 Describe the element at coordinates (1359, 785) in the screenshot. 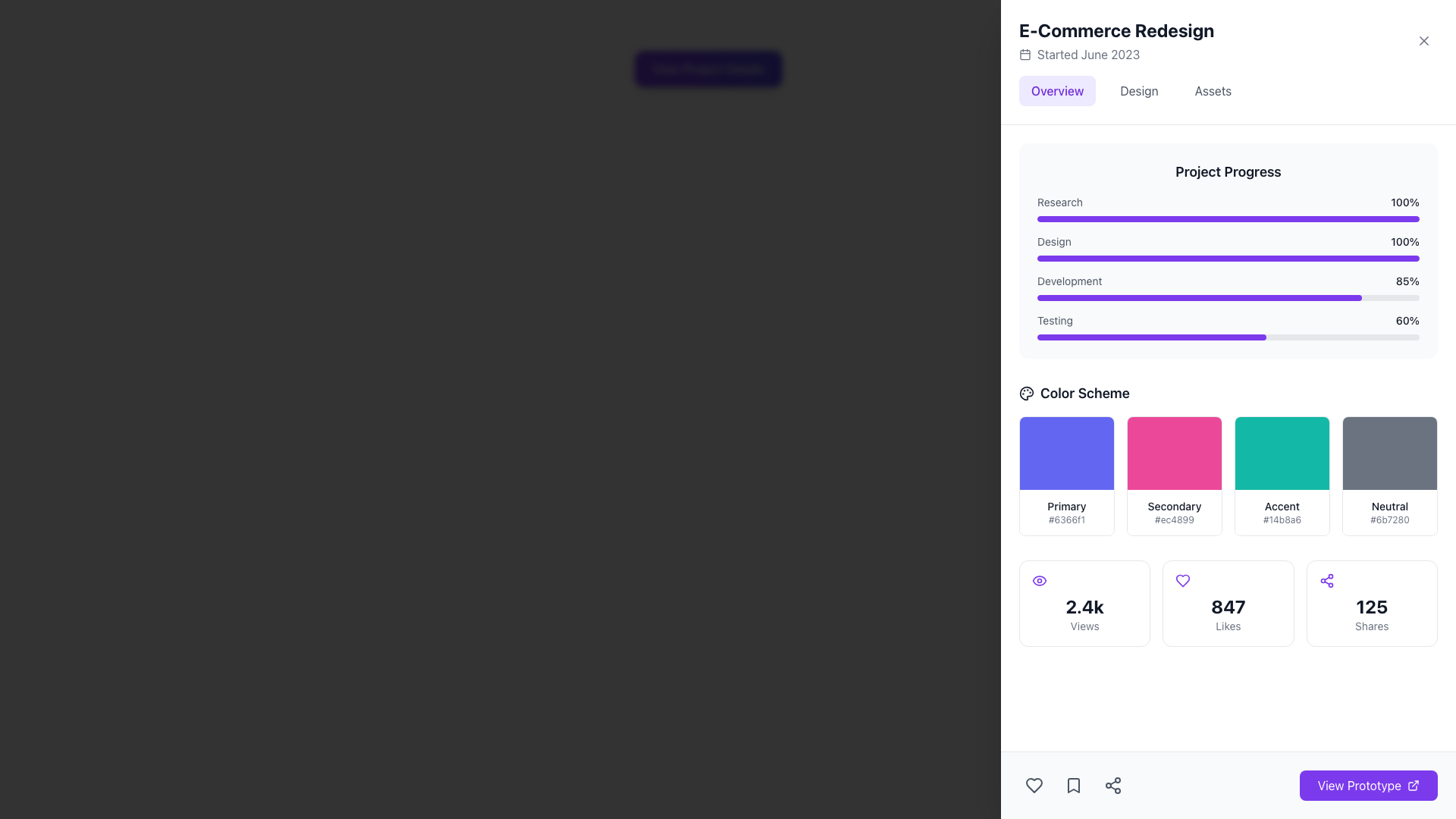

I see `text content of the label indicating the purpose of the button to access or view a prototype, located at the bottom-right of the interface within a larger rectangular button` at that location.